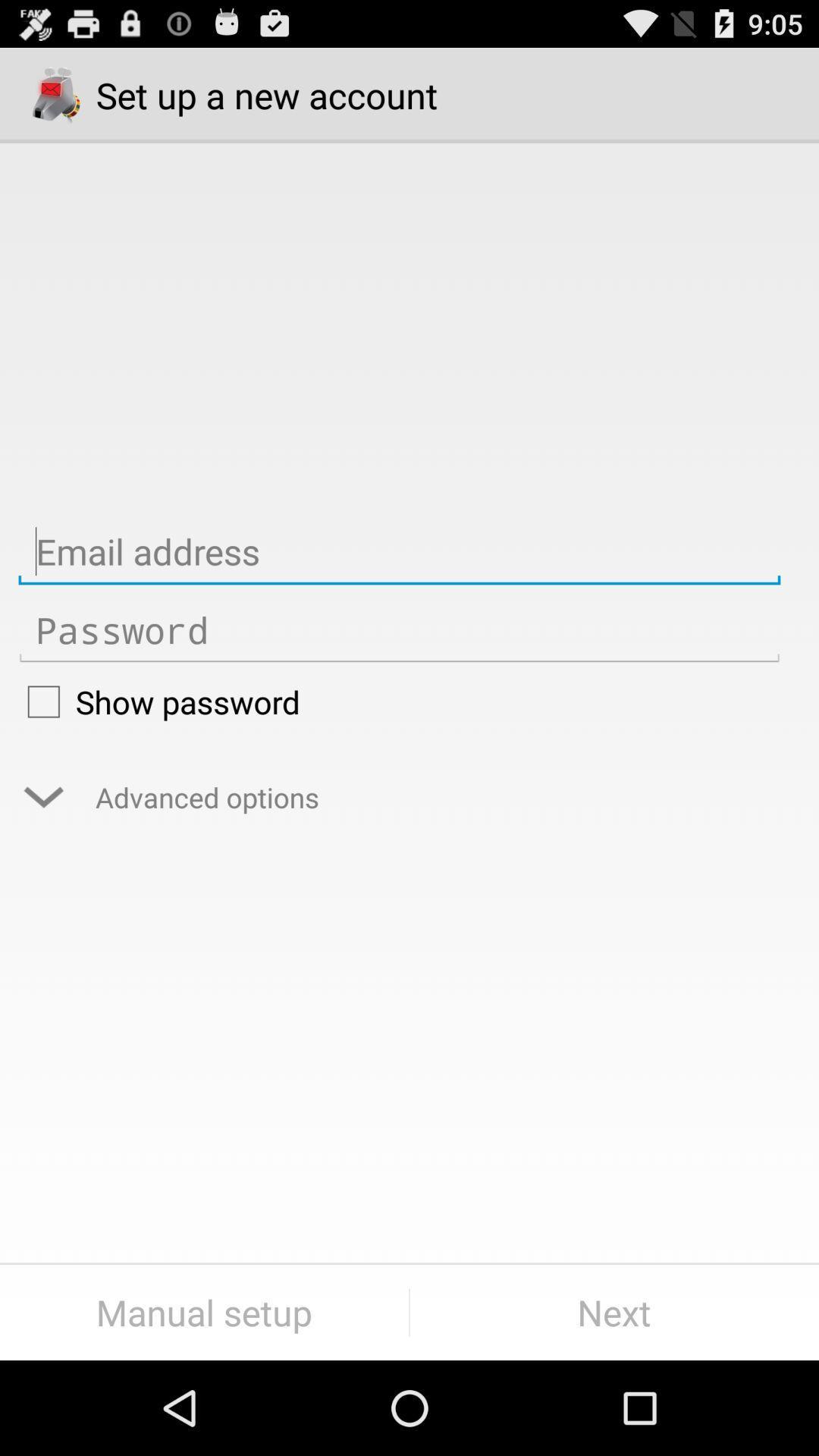  What do you see at coordinates (203, 1312) in the screenshot?
I see `manual setup` at bounding box center [203, 1312].